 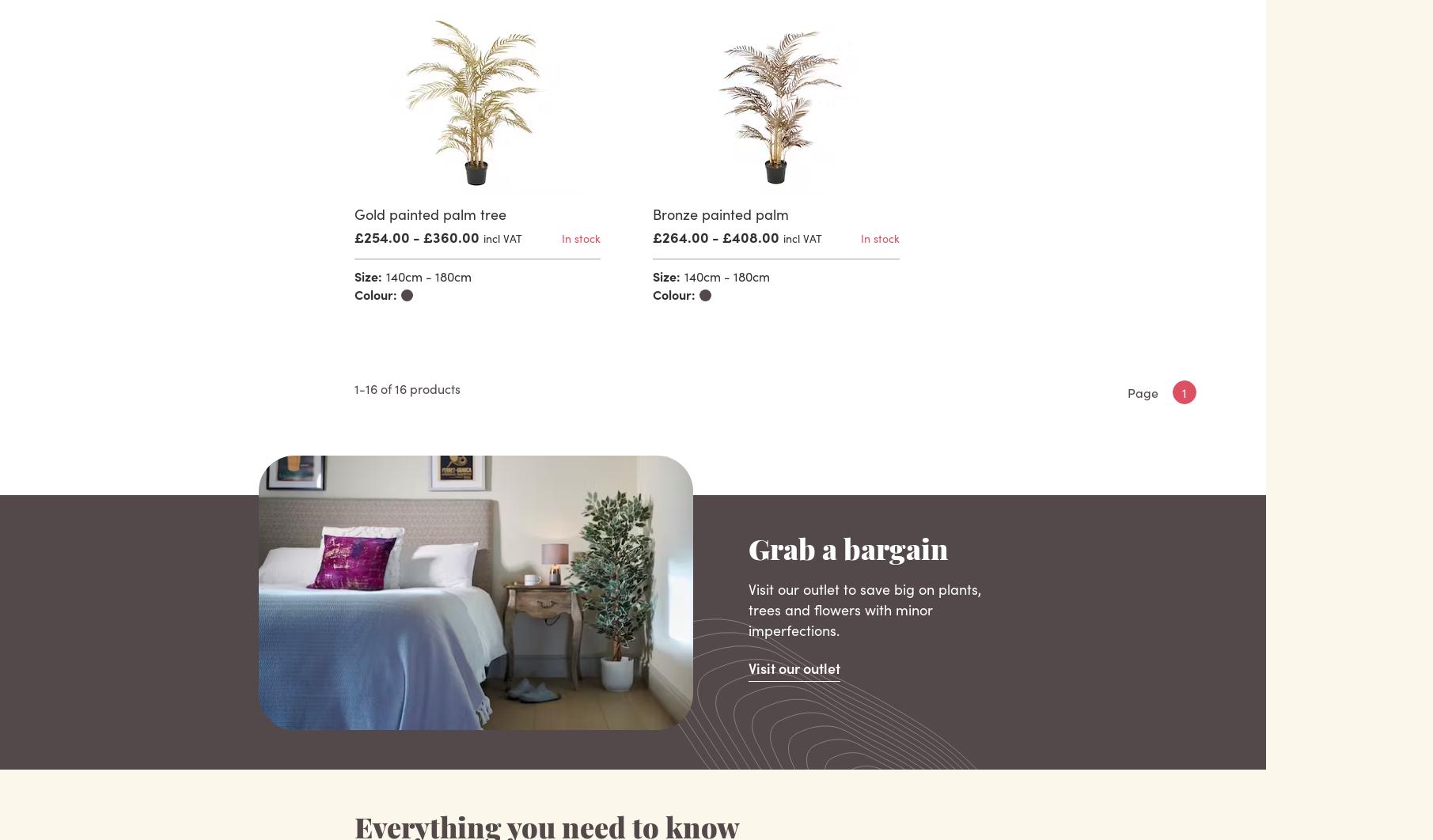 What do you see at coordinates (405, 387) in the screenshot?
I see `'1-16 of 16 products'` at bounding box center [405, 387].